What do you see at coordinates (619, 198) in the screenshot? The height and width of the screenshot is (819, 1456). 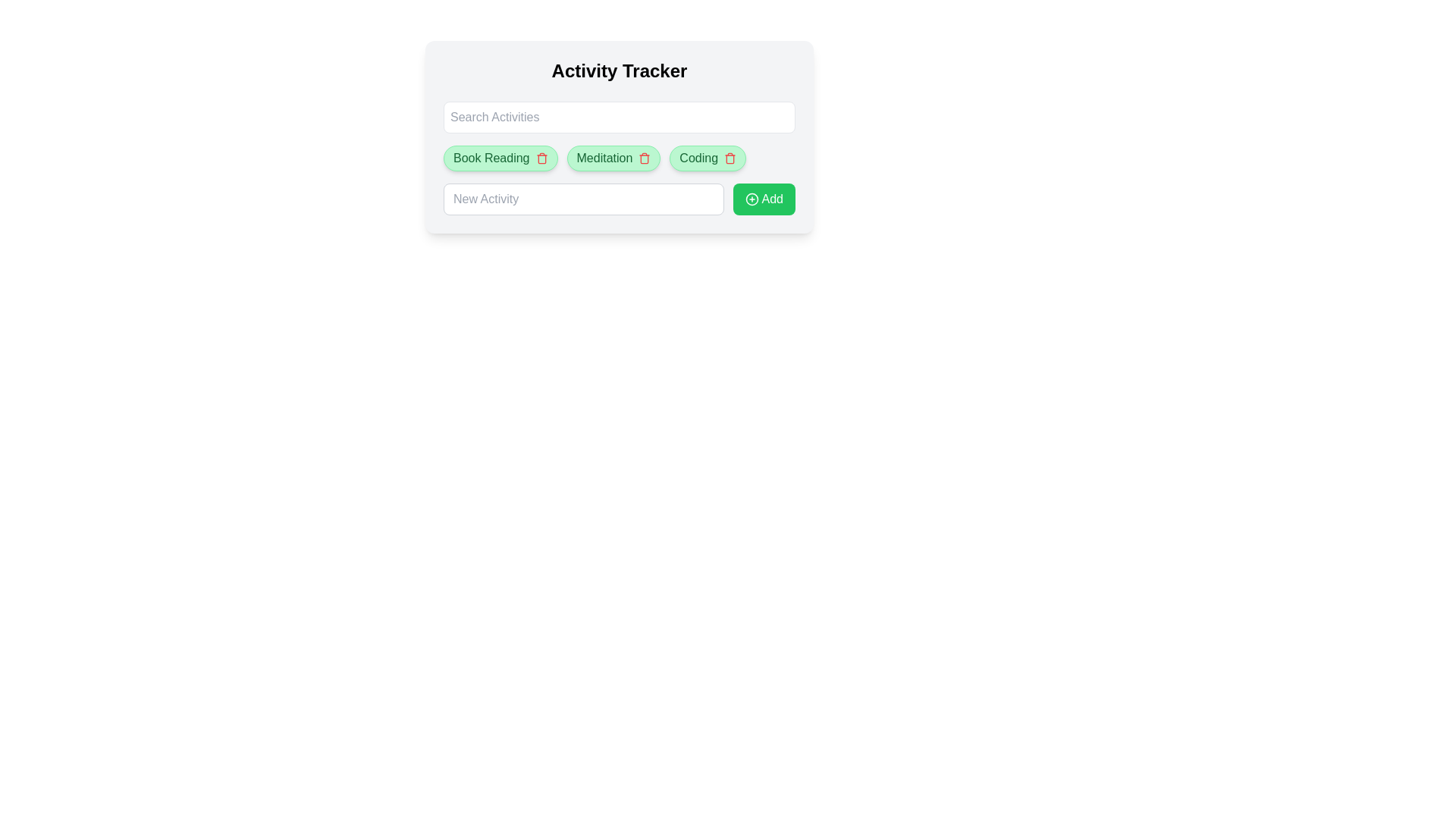 I see `the input field labeled 'New Activity' and the adjacent green button labeled 'Add'` at bounding box center [619, 198].